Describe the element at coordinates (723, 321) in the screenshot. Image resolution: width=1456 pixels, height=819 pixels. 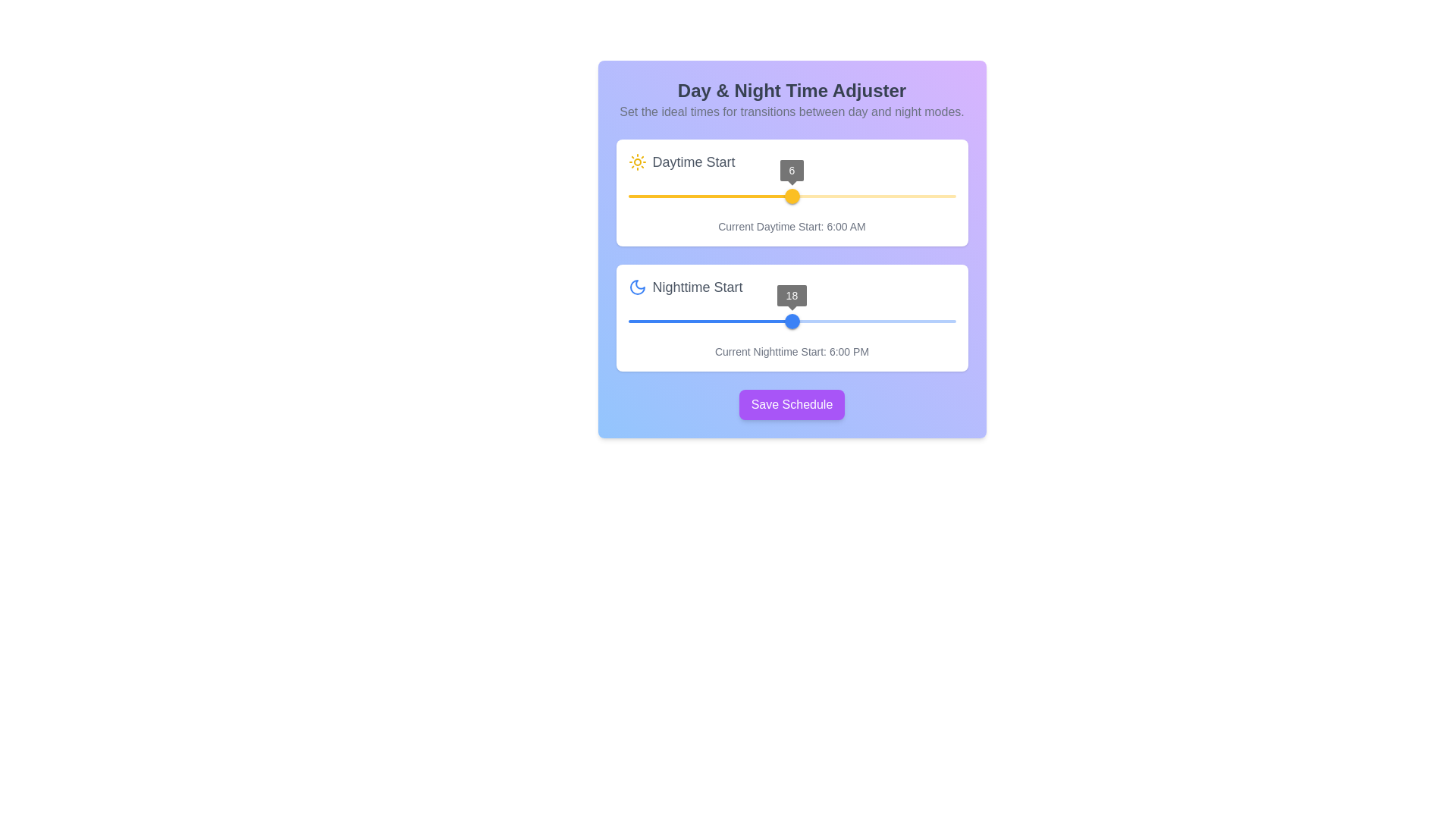
I see `the nighttime slider` at that location.